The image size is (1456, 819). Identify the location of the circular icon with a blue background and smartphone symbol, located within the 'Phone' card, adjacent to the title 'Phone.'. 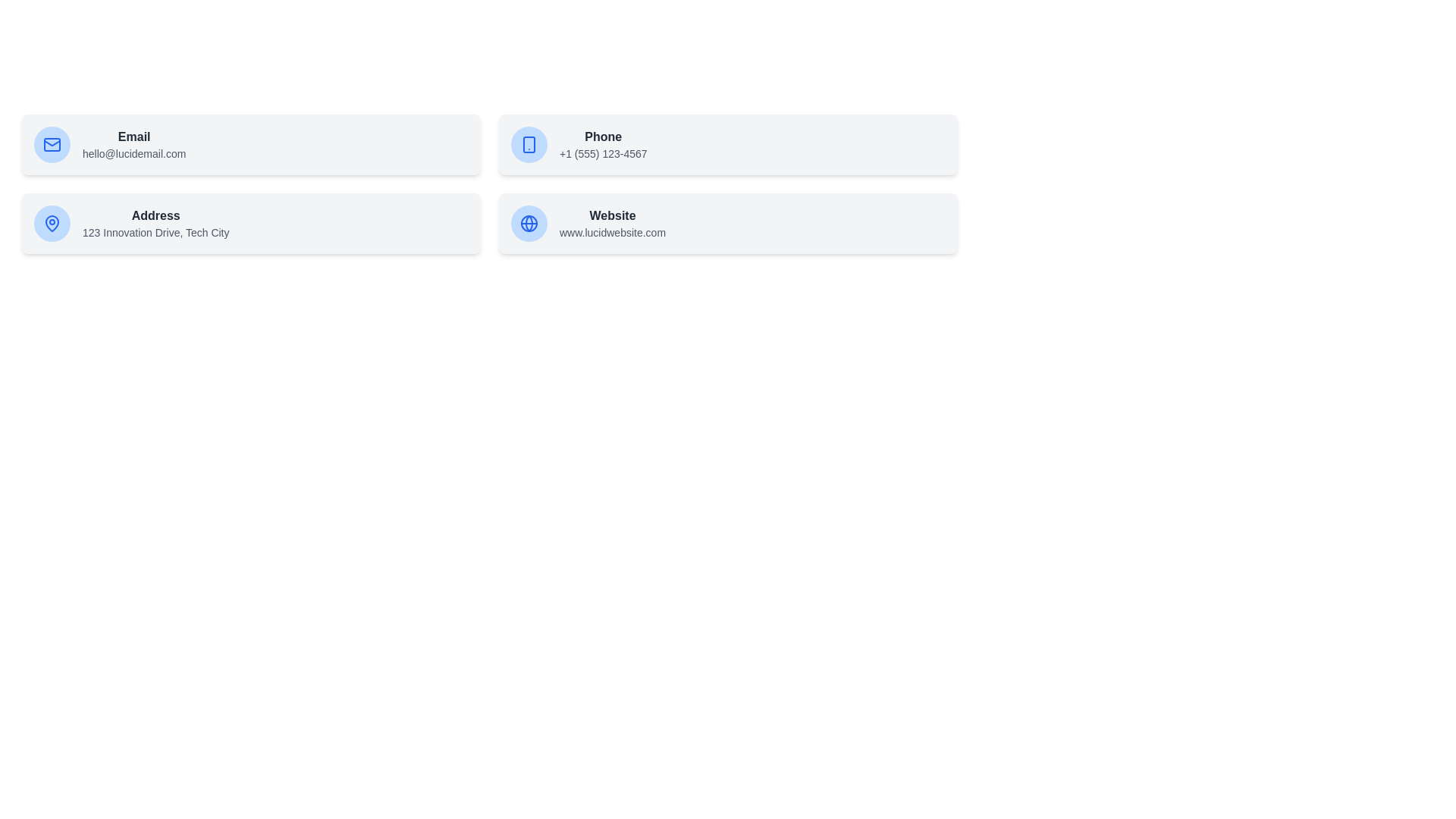
(529, 145).